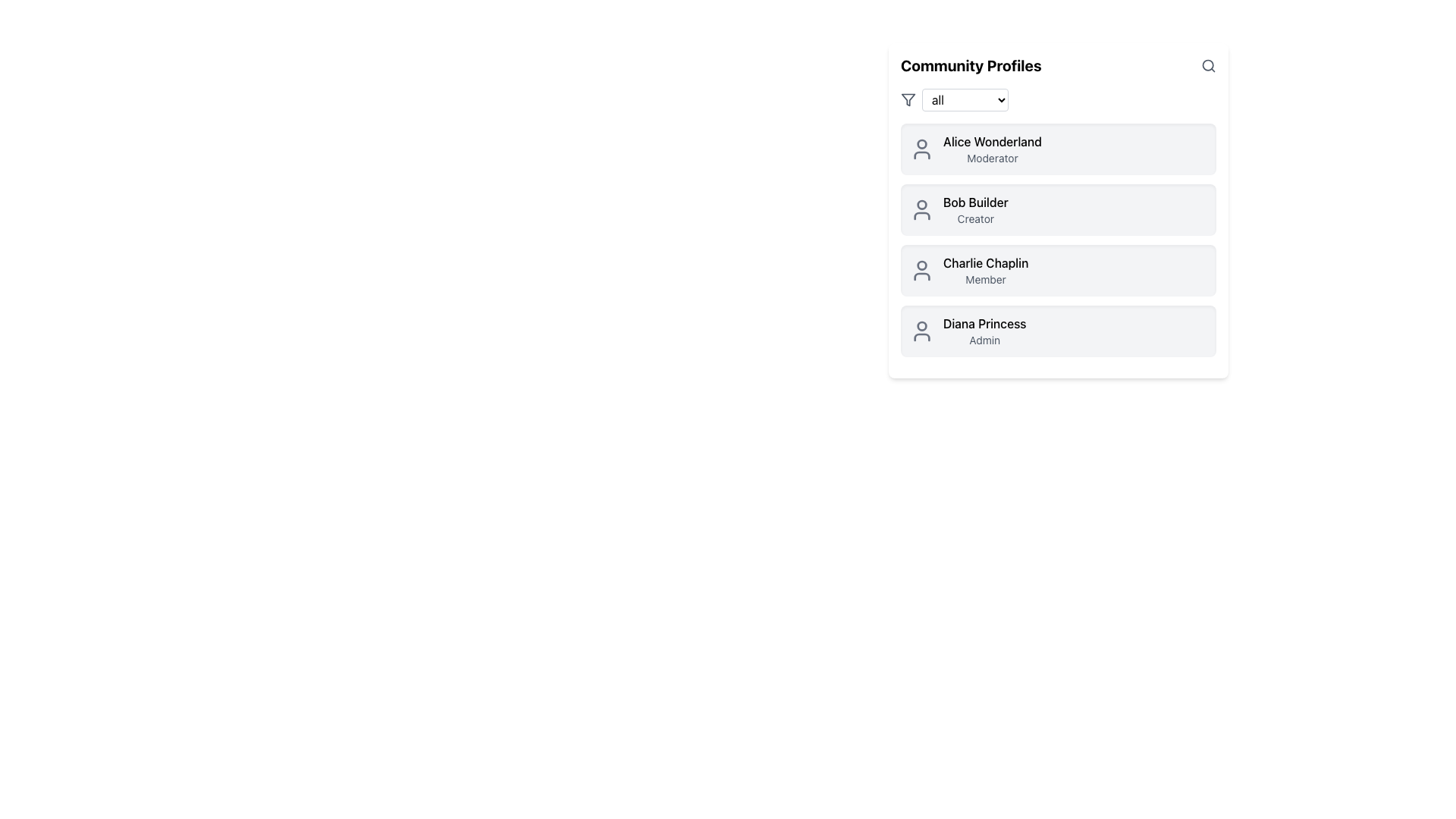 The width and height of the screenshot is (1456, 819). I want to click on the user avatar icon for 'Diana Princess' with the role 'Admin' located in the fourth entry of the 'Community Profiles' section, so click(921, 330).